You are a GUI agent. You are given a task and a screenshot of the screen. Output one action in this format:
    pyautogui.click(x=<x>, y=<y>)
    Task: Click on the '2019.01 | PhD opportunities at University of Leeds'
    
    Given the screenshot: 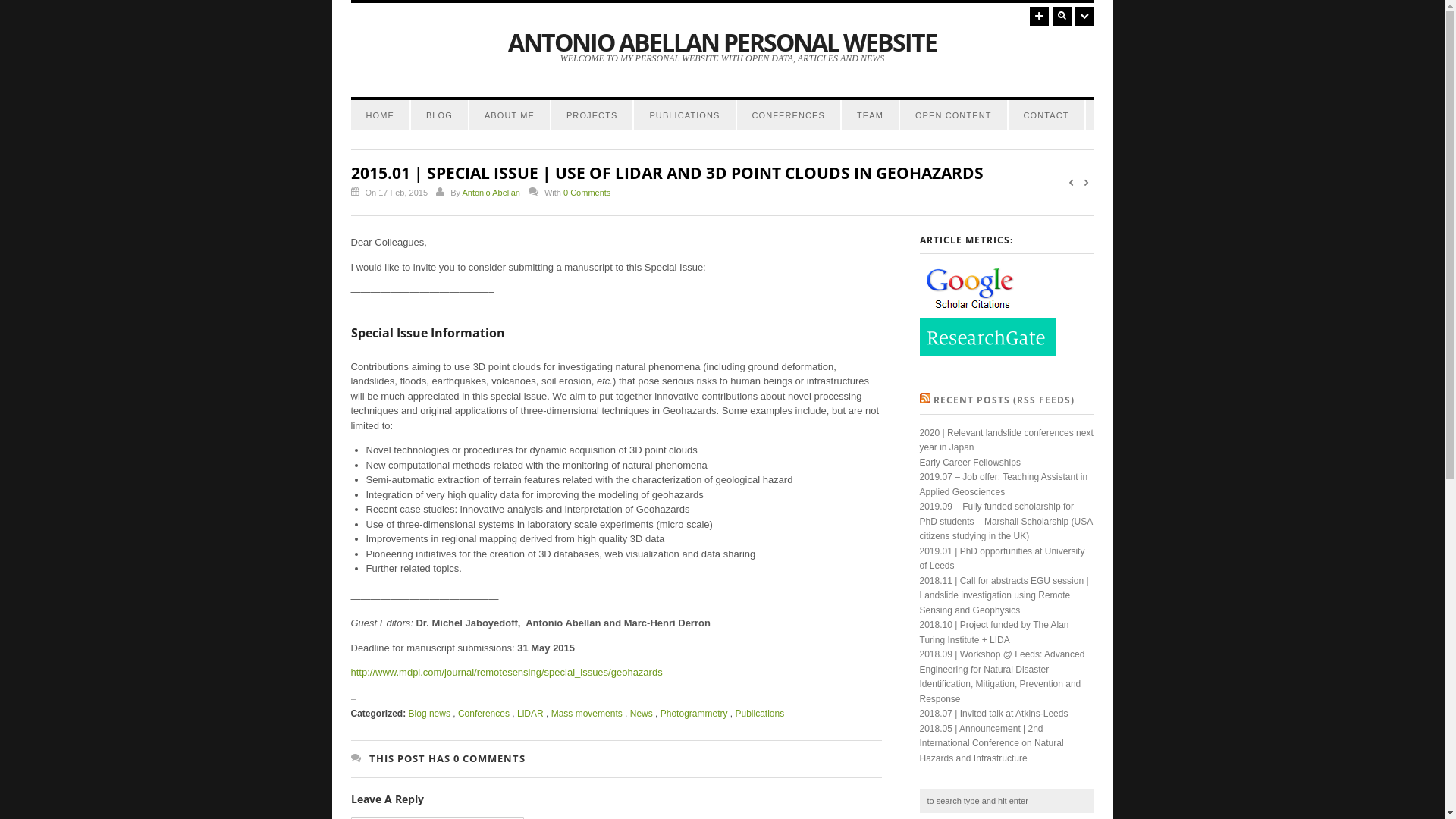 What is the action you would take?
    pyautogui.click(x=1001, y=558)
    